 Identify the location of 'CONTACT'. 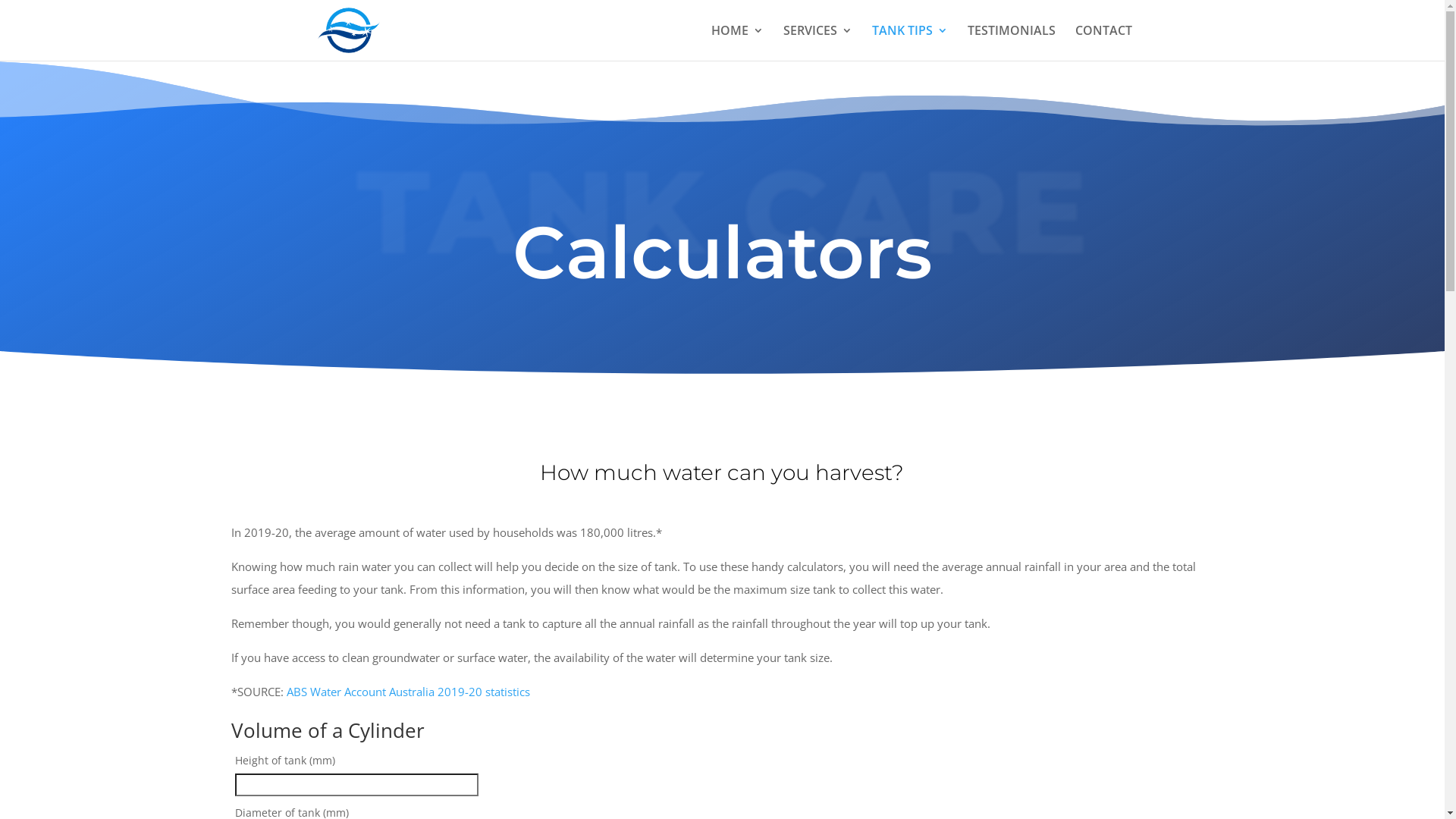
(1103, 42).